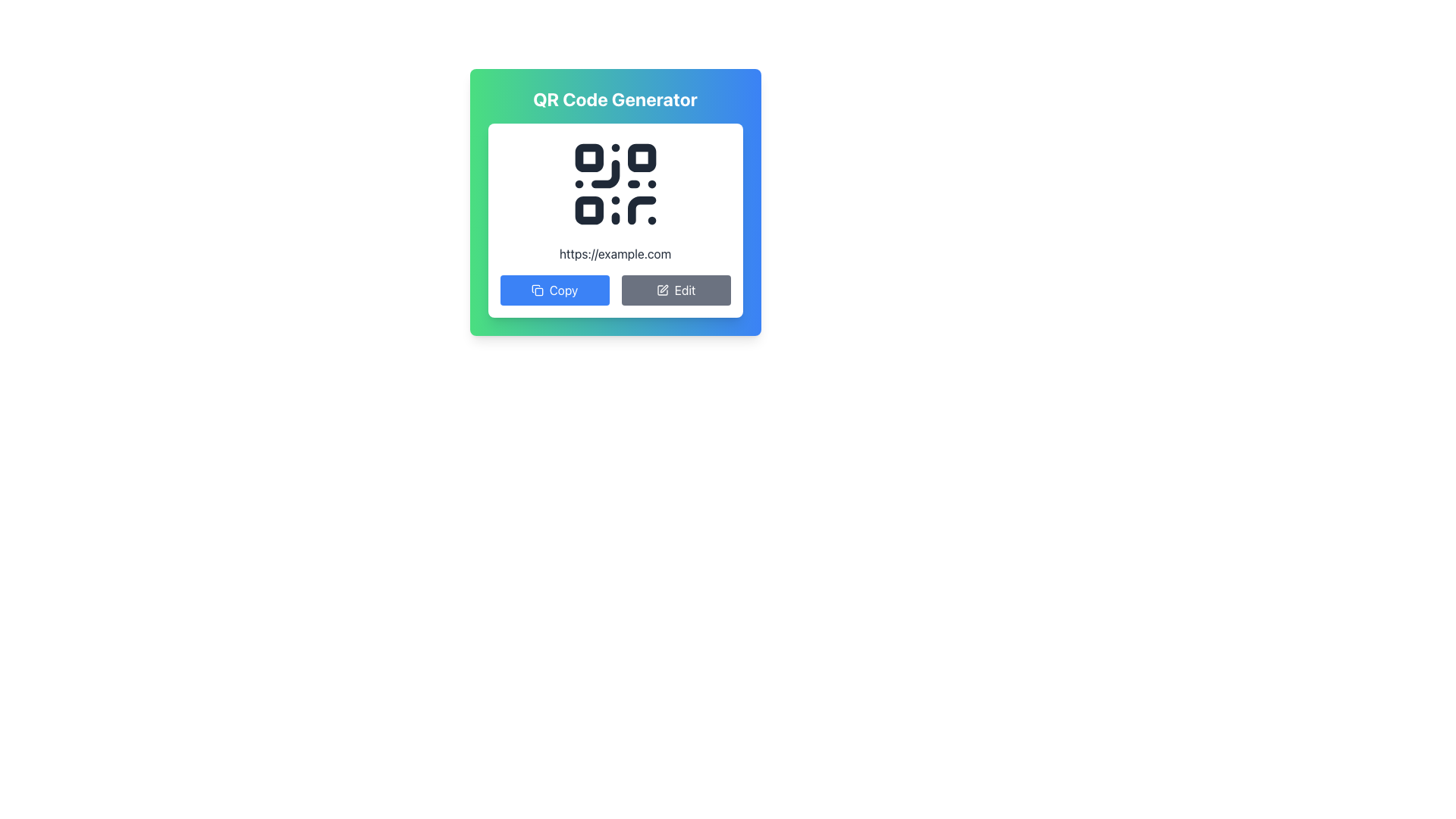  Describe the element at coordinates (615, 253) in the screenshot. I see `the text element displaying the URL 'https://example.com', located below the QR code and above the 'Copy' and 'Edit' buttons` at that location.